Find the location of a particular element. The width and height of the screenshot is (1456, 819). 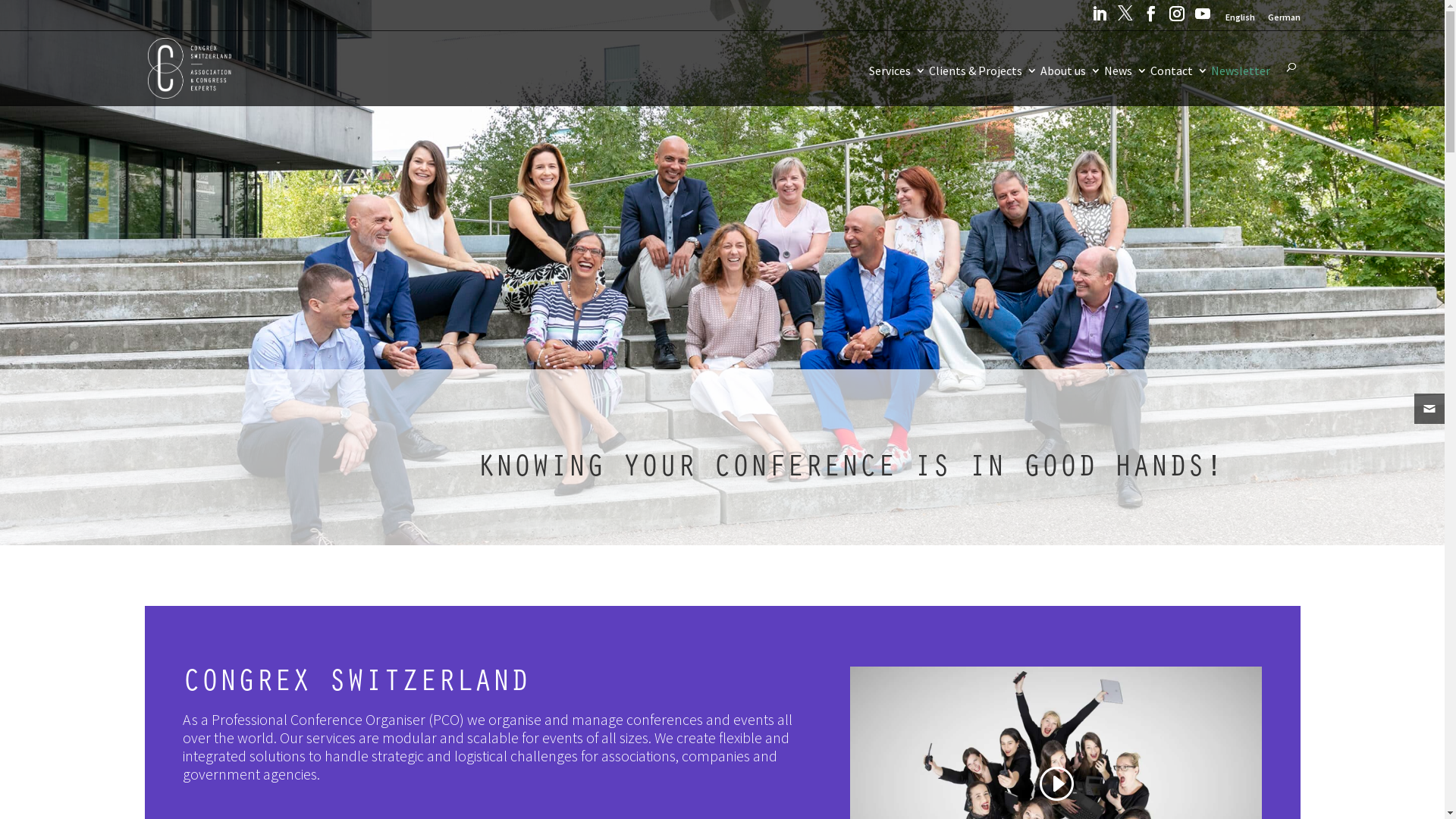

'News' is located at coordinates (1103, 85).